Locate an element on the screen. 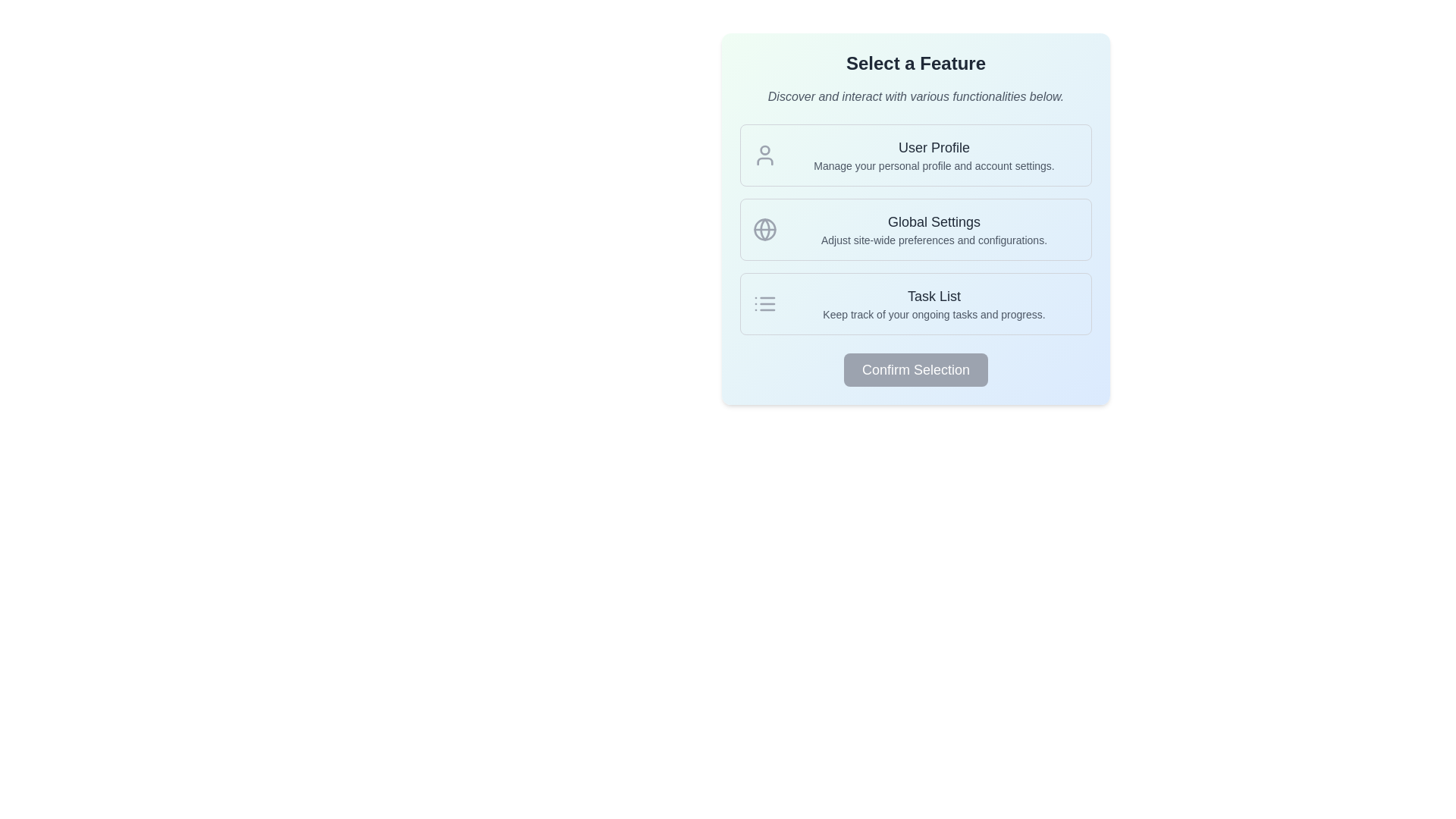 Image resolution: width=1456 pixels, height=819 pixels. the clickable card labeled 'User Profile' which contains an icon of a user and descriptive text, positioned at the top of a vertical list of options is located at coordinates (915, 155).